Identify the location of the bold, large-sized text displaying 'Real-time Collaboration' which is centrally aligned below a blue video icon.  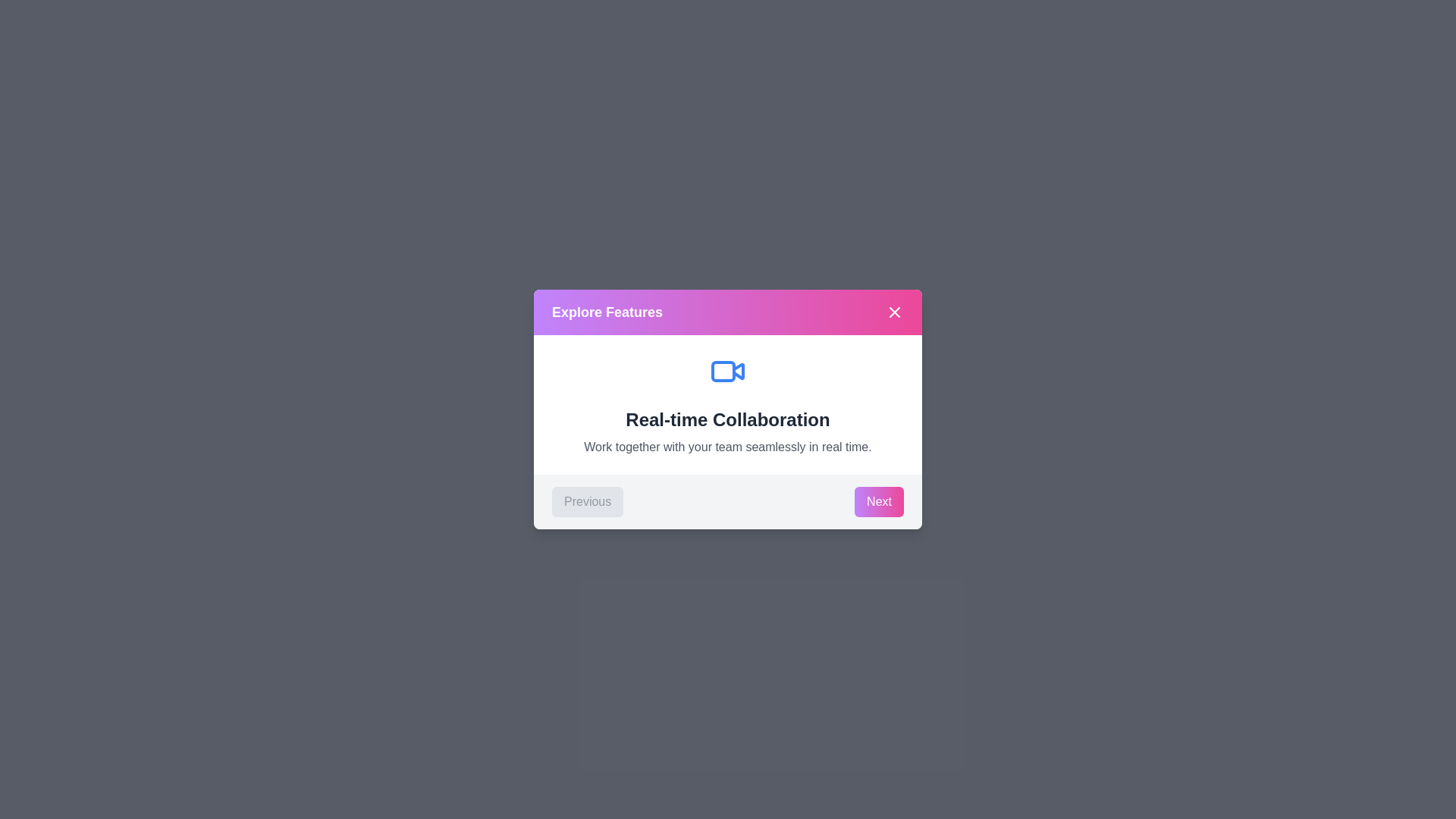
(728, 420).